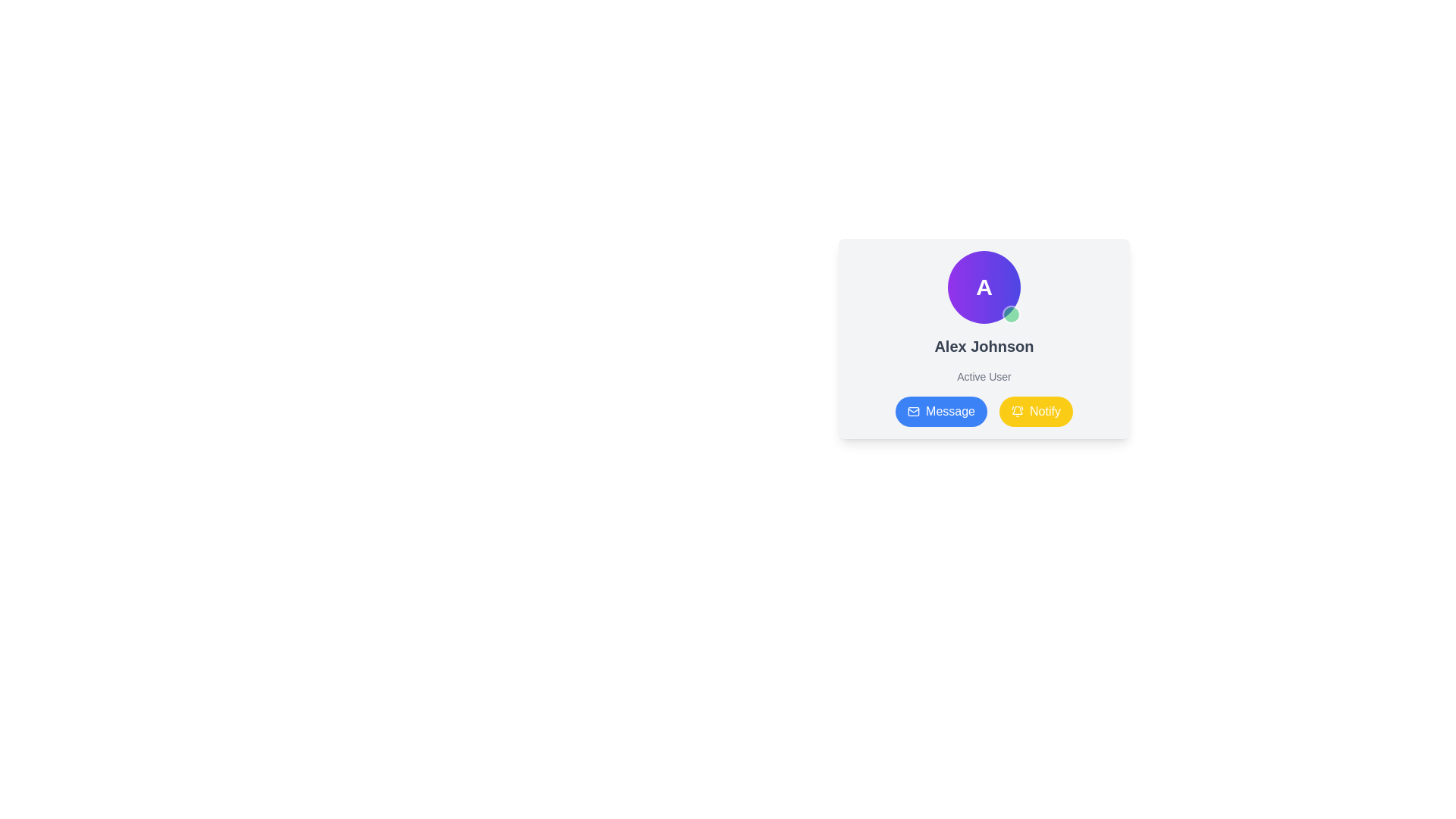 This screenshot has height=819, width=1456. Describe the element at coordinates (949, 412) in the screenshot. I see `the 'Message' text label, which is part of a rounded button with a blue background` at that location.